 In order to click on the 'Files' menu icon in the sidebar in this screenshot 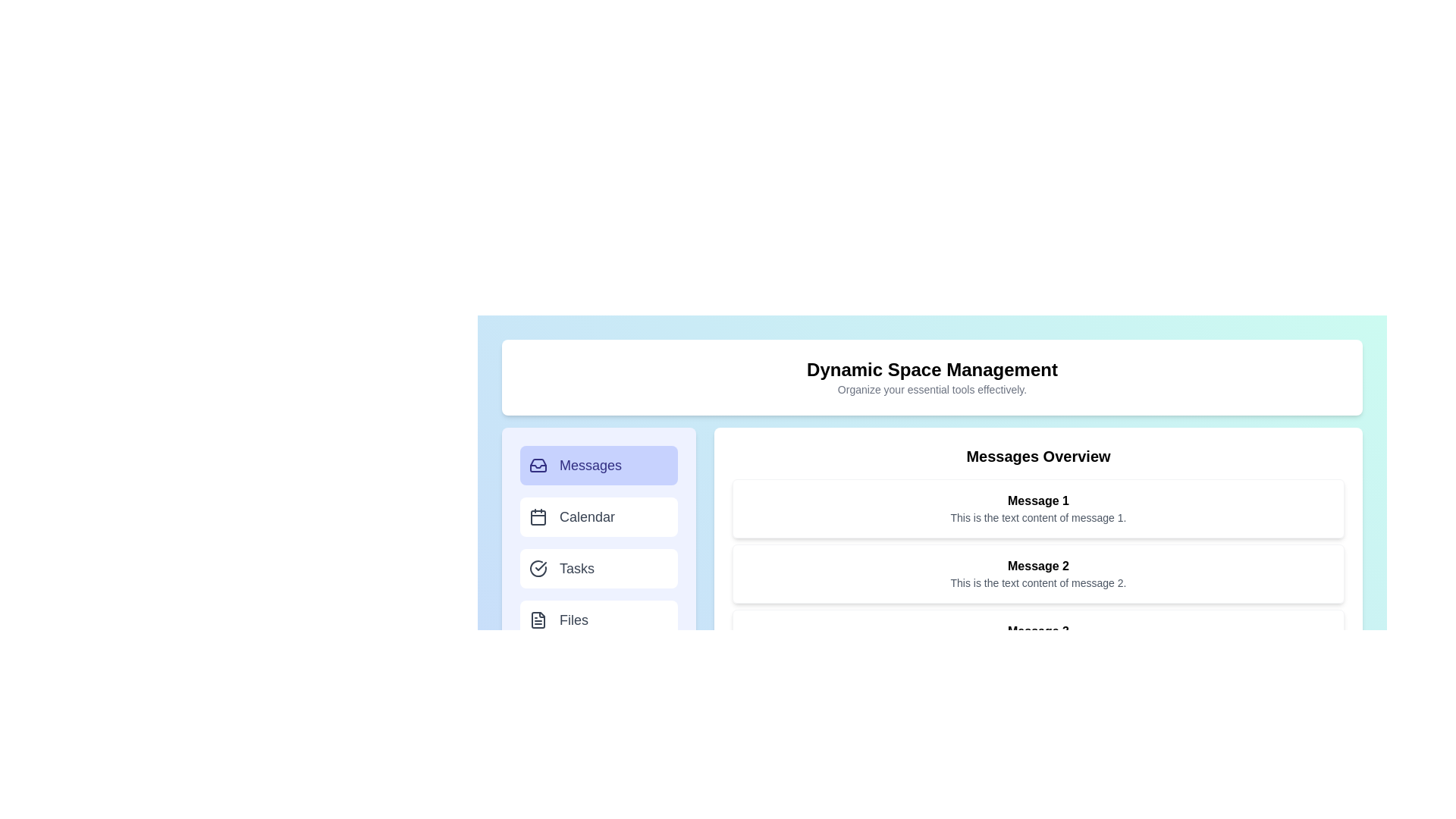, I will do `click(538, 620)`.